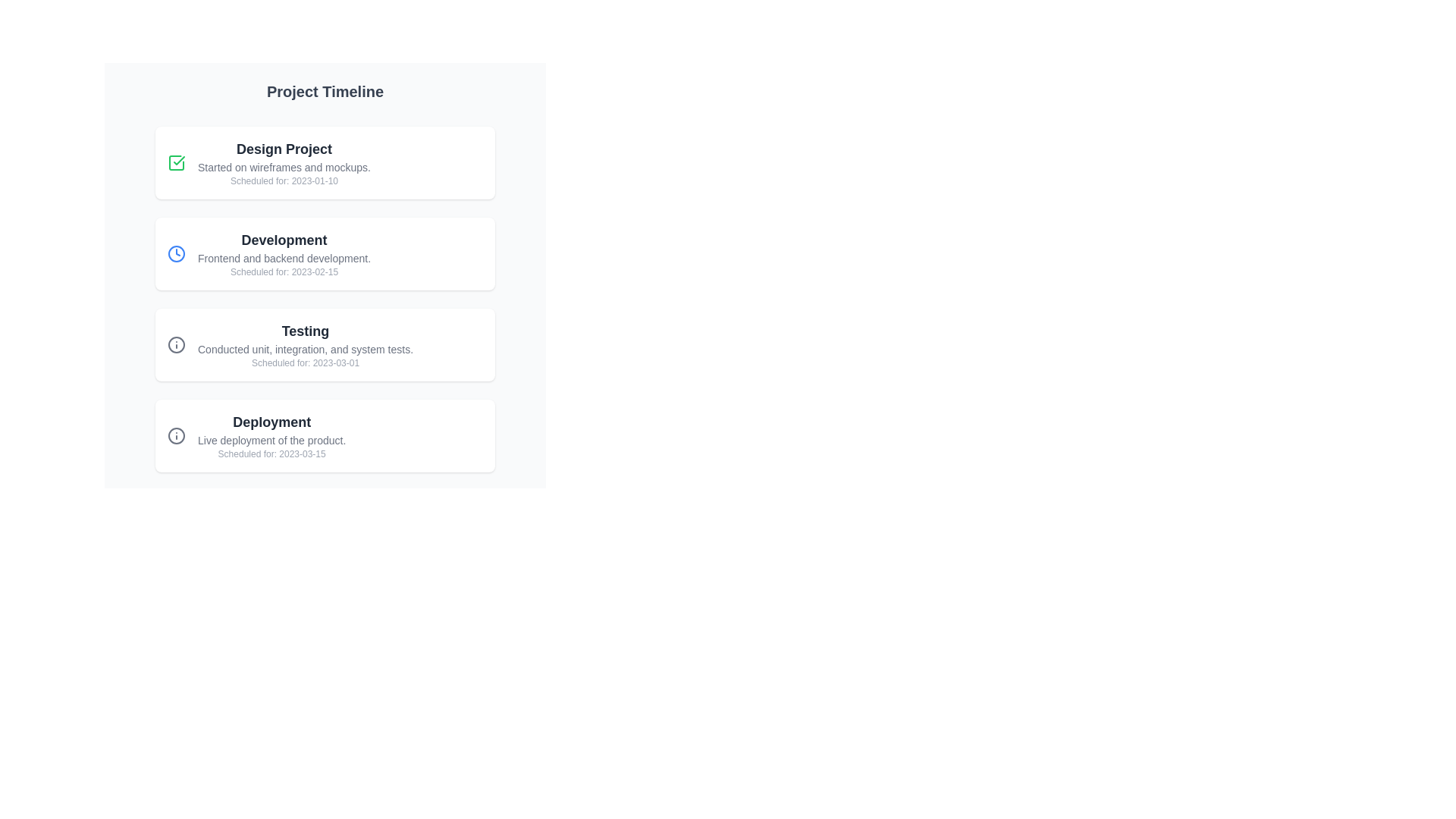 The height and width of the screenshot is (819, 1456). Describe the element at coordinates (177, 345) in the screenshot. I see `the 'Testing' event icon located in the left portion of the 'Testing' section of the timeline, which is the third item in the vertical list` at that location.